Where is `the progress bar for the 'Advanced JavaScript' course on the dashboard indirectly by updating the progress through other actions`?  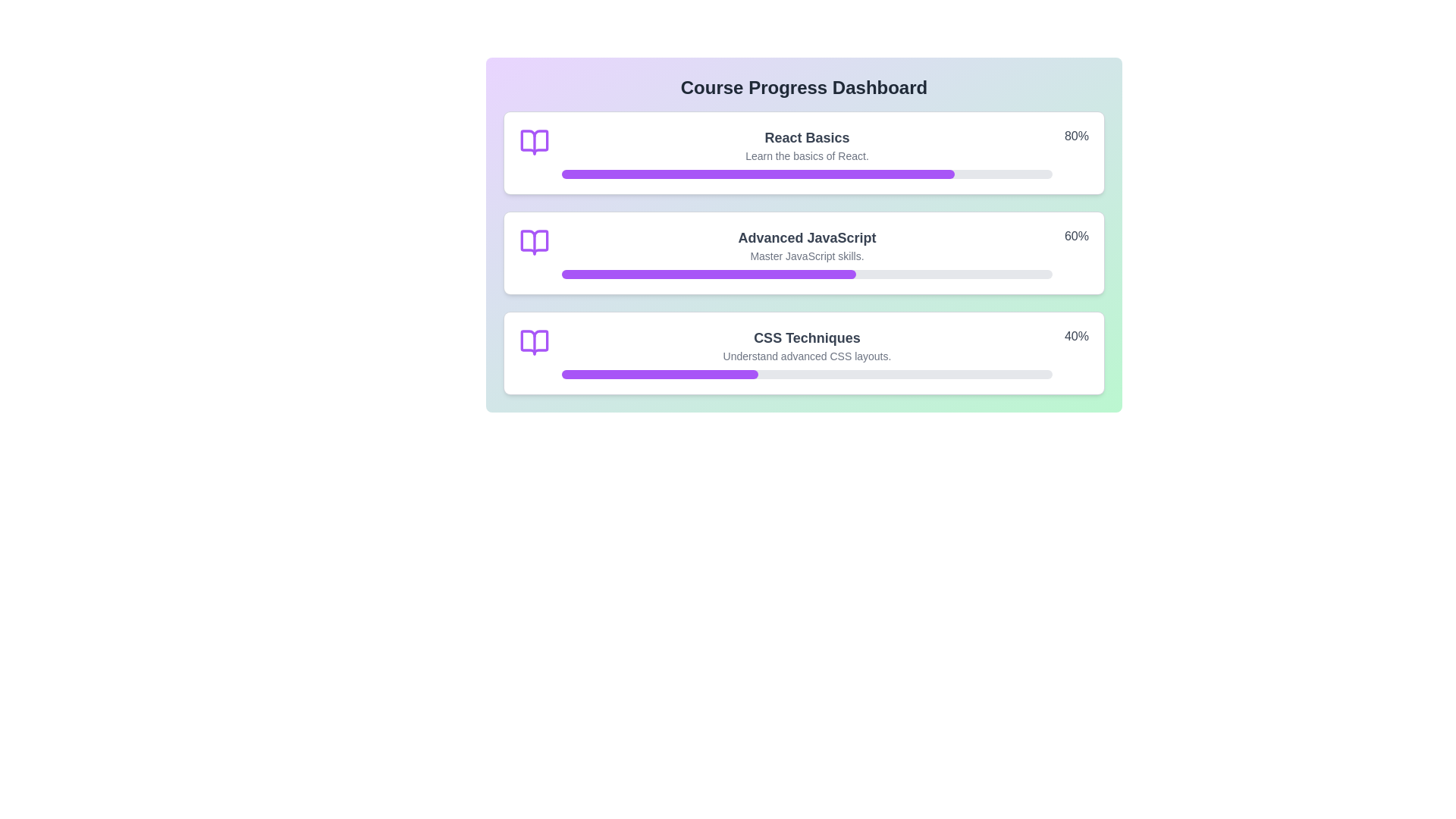 the progress bar for the 'Advanced JavaScript' course on the dashboard indirectly by updating the progress through other actions is located at coordinates (708, 275).